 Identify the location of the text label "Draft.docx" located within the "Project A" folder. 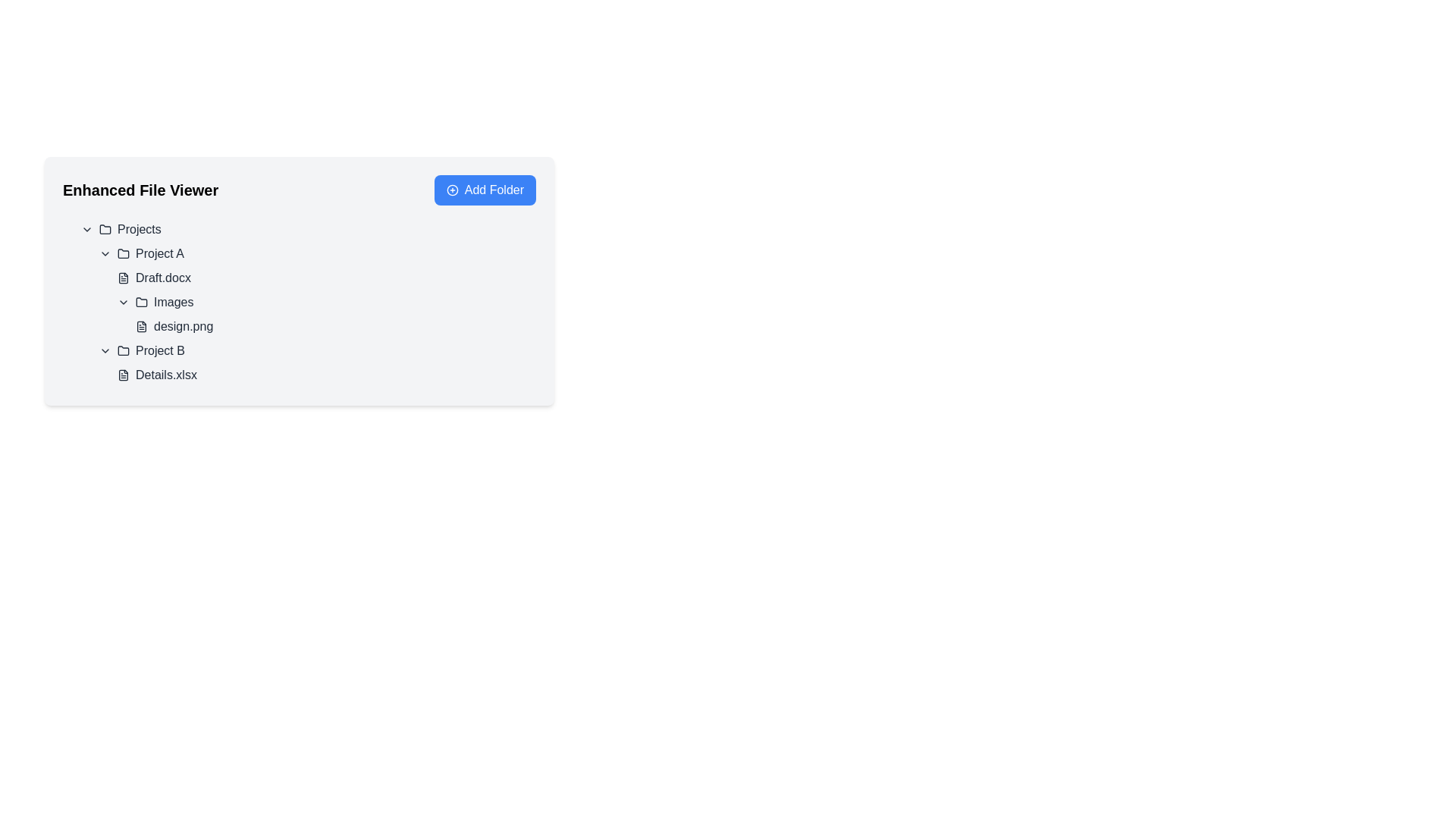
(163, 278).